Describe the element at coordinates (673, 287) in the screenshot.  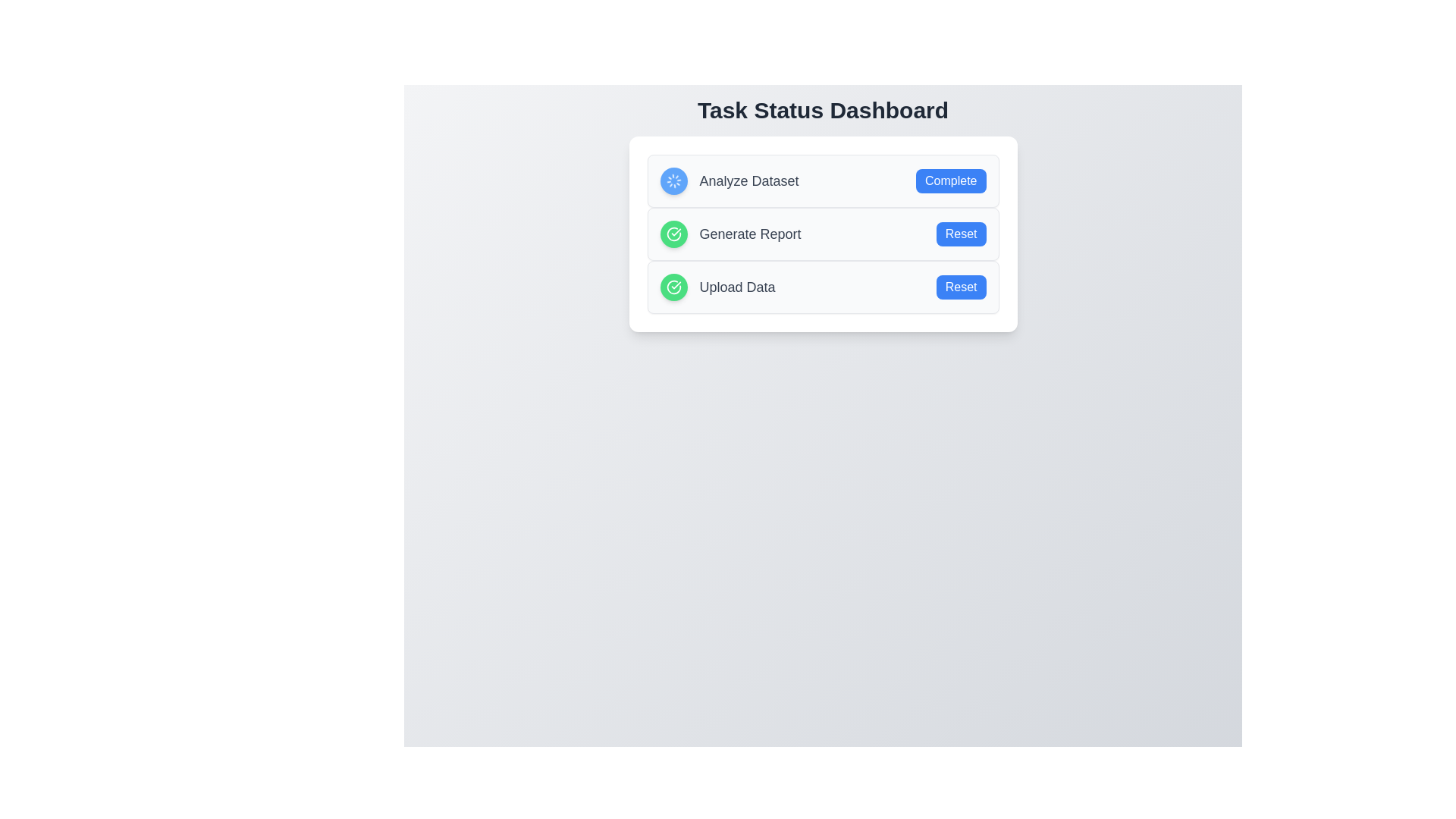
I see `the Decorative indicator that visually indicates the completion status of the 'Upload Data' task, which is located to the left of the 'Upload Data' text in the task status dashboard` at that location.